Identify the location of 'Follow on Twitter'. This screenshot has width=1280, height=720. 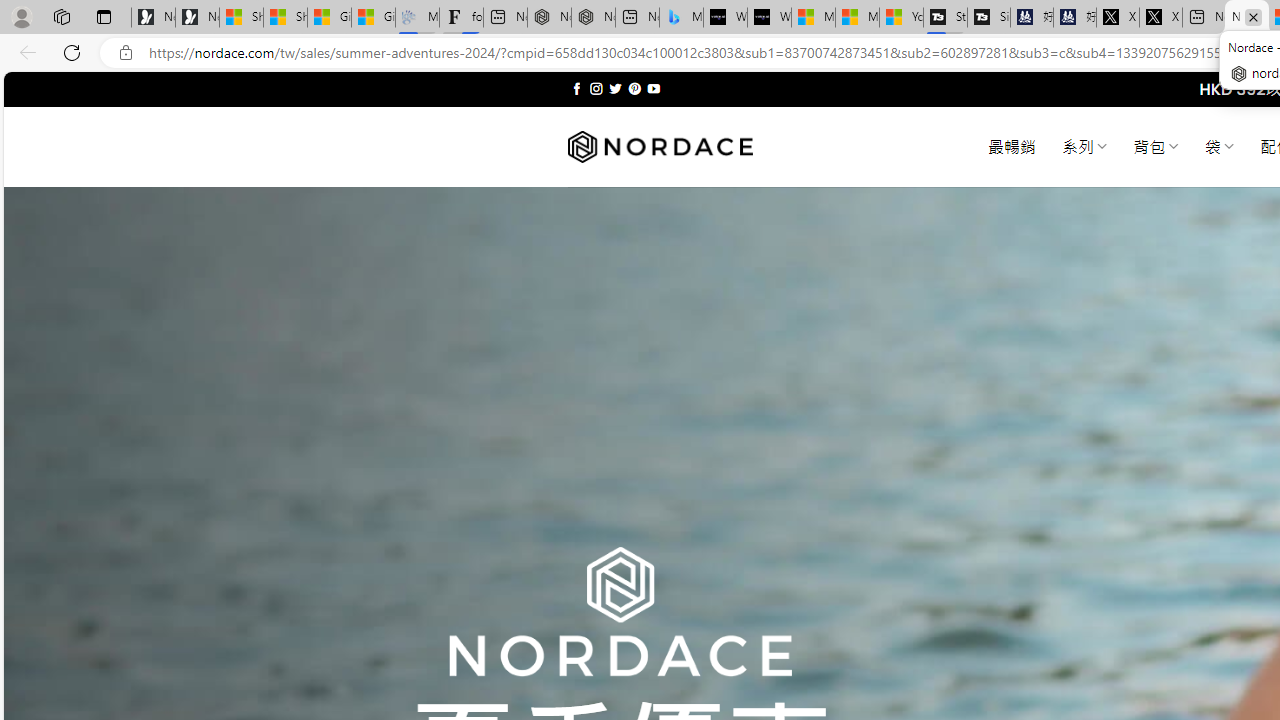
(614, 88).